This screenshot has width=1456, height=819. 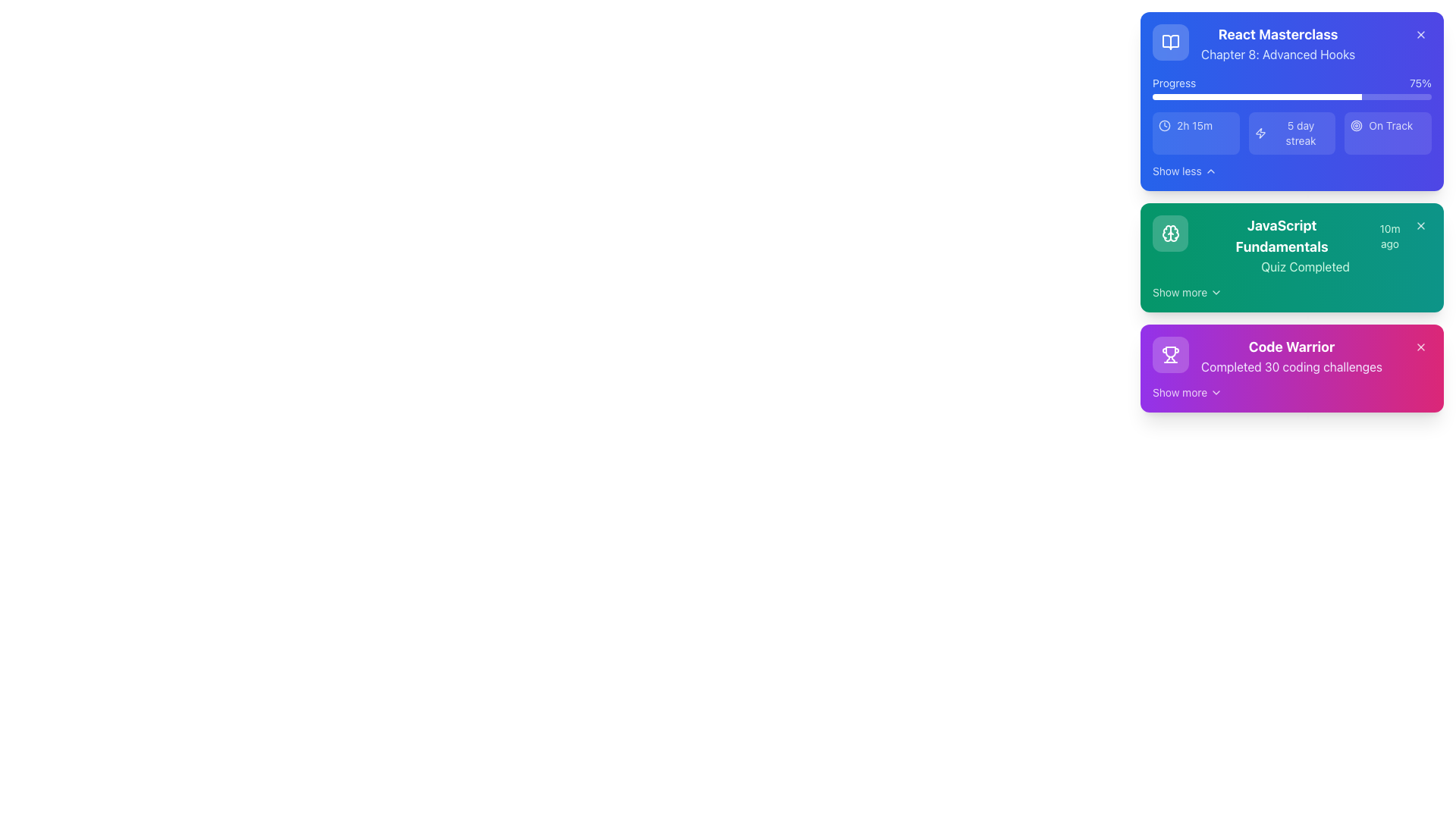 I want to click on the visual representation of the book icon located inside the semi-transparent blue square box at the top left corner of the 'React Masterclass' card, so click(x=1170, y=42).